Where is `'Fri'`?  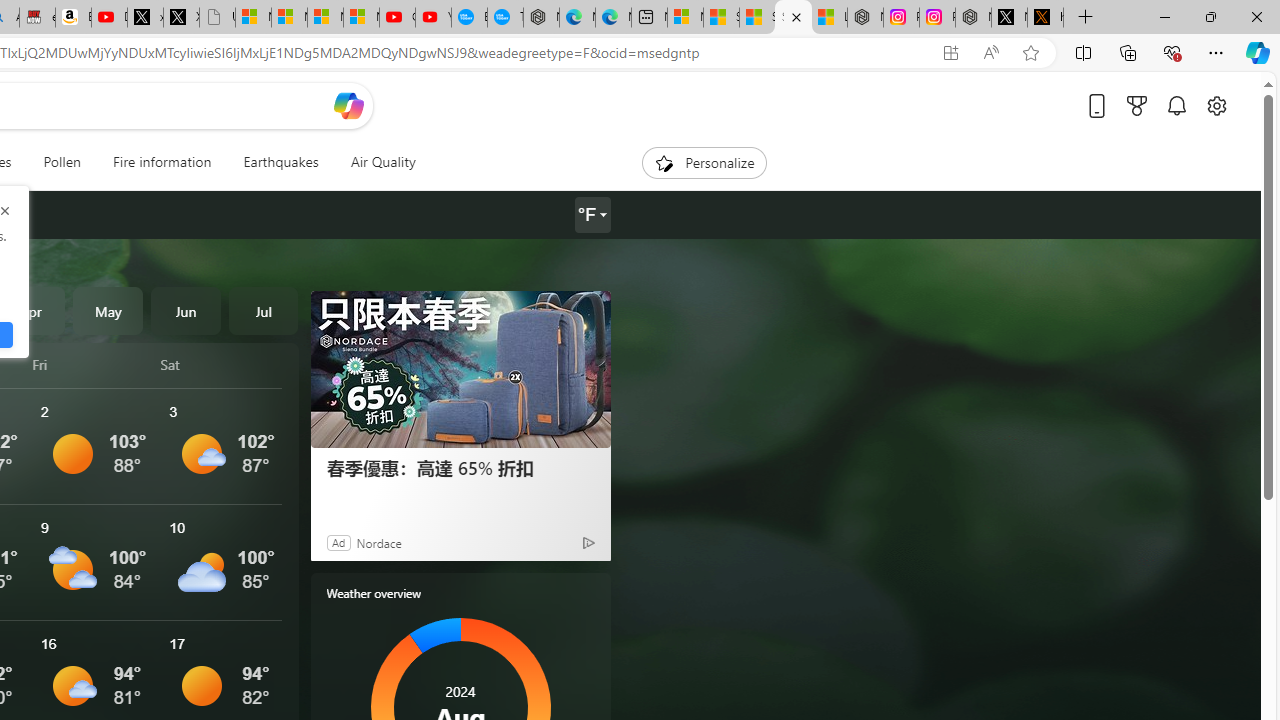
'Fri' is located at coordinates (92, 364).